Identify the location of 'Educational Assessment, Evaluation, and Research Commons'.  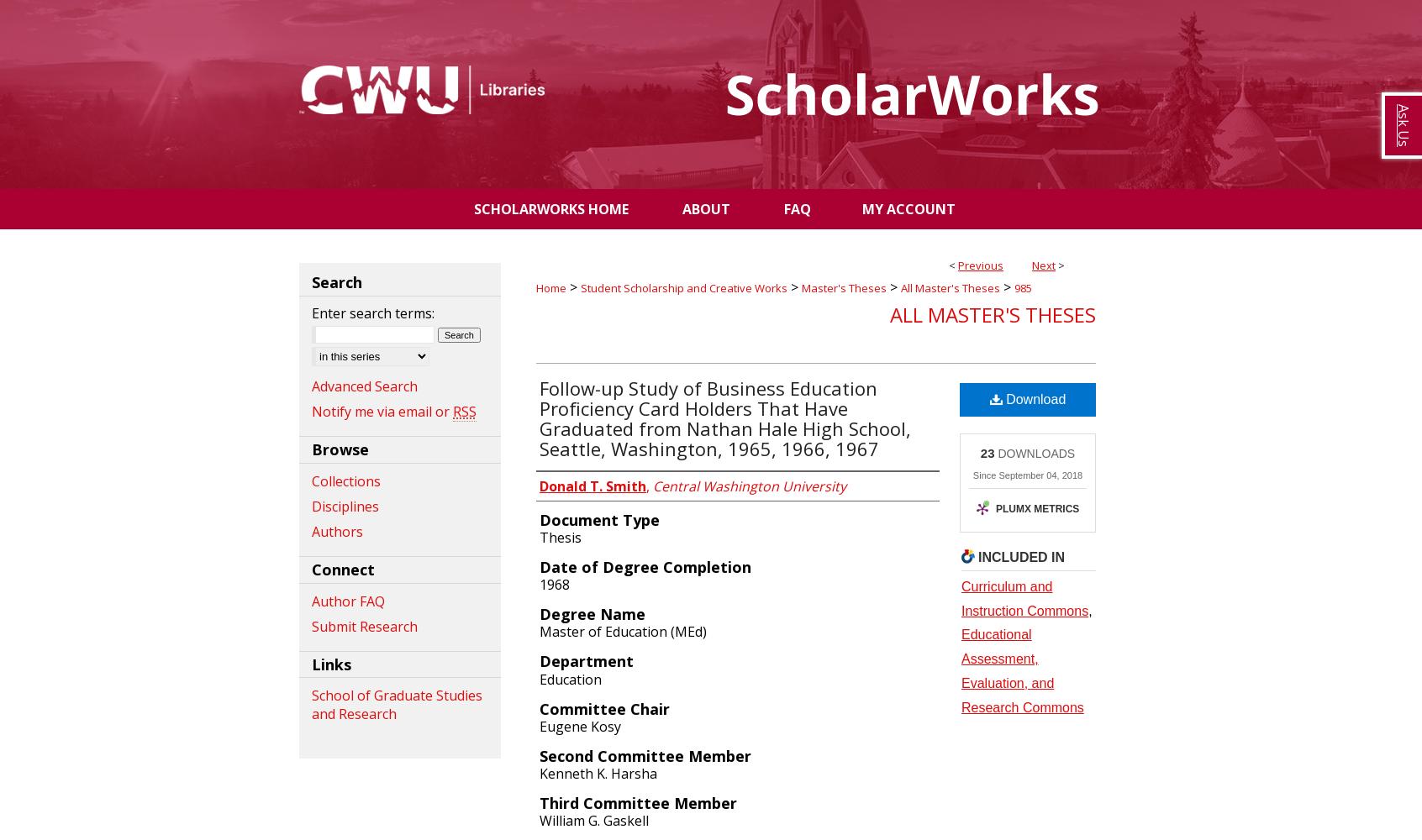
(1022, 670).